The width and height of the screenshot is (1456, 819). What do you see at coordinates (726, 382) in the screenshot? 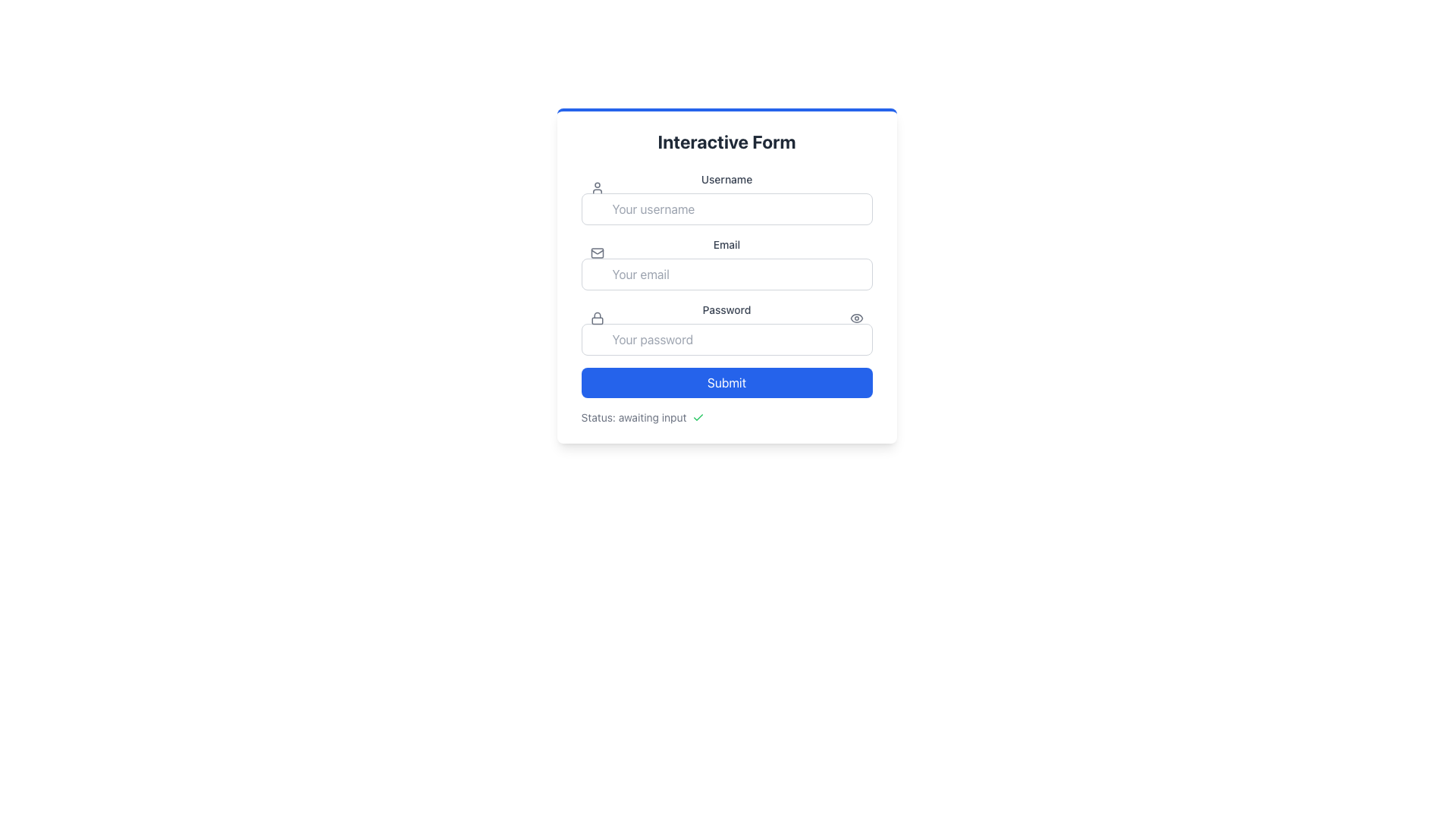
I see `the 'Submit' button, which is a rectangular button with a blue background and white text, located centrally below the 'Password' input field` at bounding box center [726, 382].